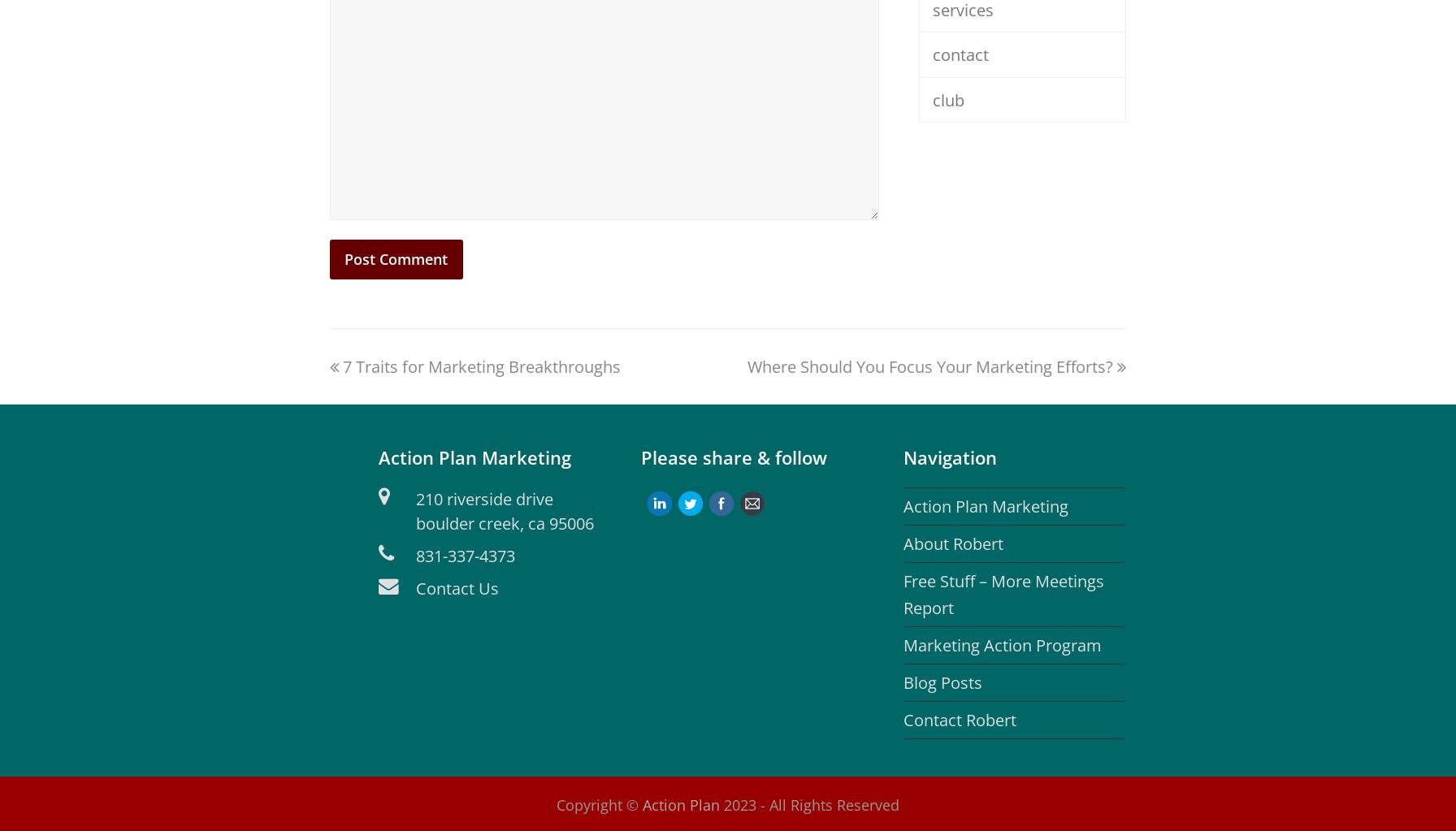 Image resolution: width=1456 pixels, height=831 pixels. I want to click on '2023 - All Rights Reserved', so click(809, 803).